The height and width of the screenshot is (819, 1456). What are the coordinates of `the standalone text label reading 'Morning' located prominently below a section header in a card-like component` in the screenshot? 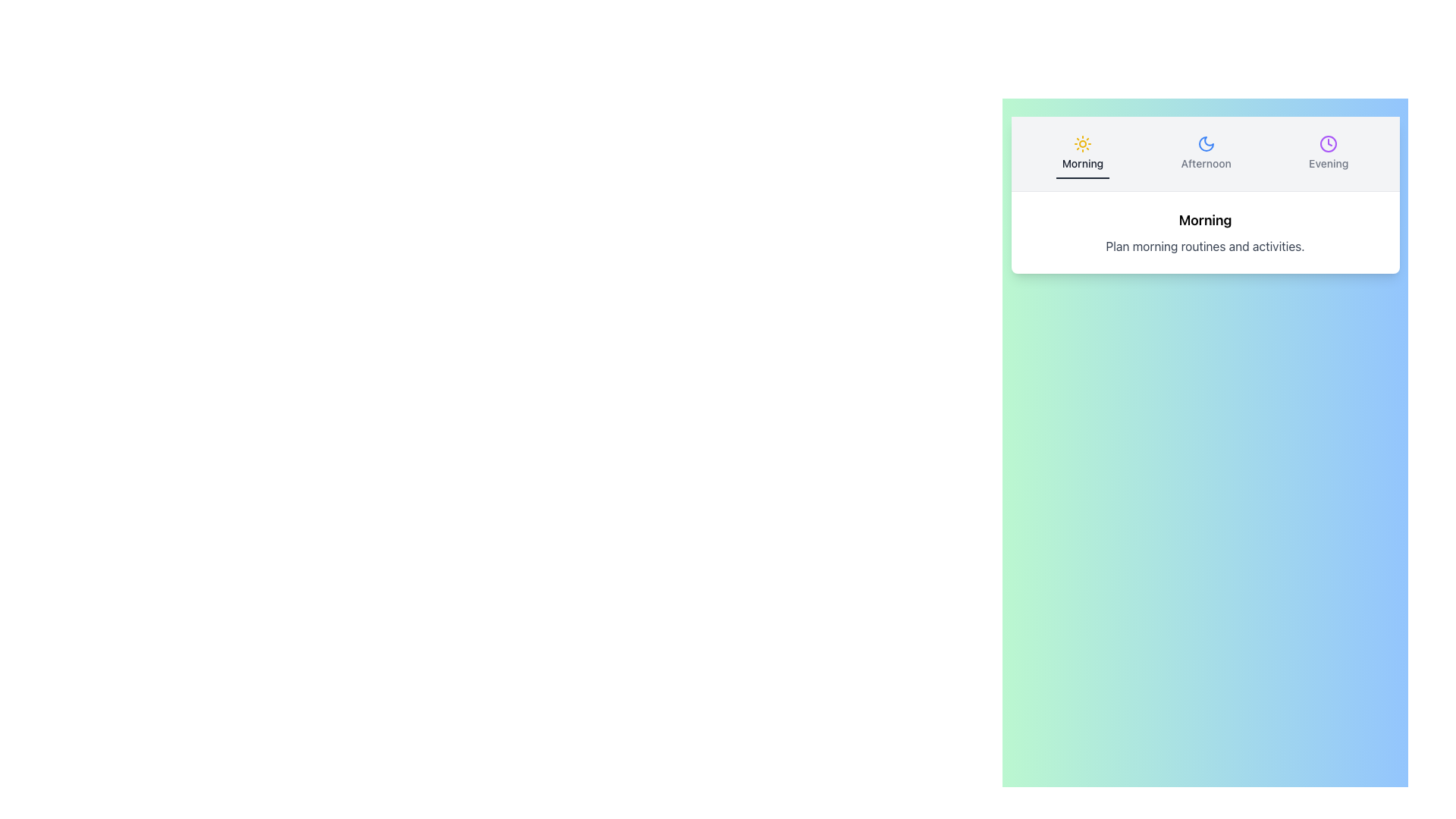 It's located at (1204, 220).